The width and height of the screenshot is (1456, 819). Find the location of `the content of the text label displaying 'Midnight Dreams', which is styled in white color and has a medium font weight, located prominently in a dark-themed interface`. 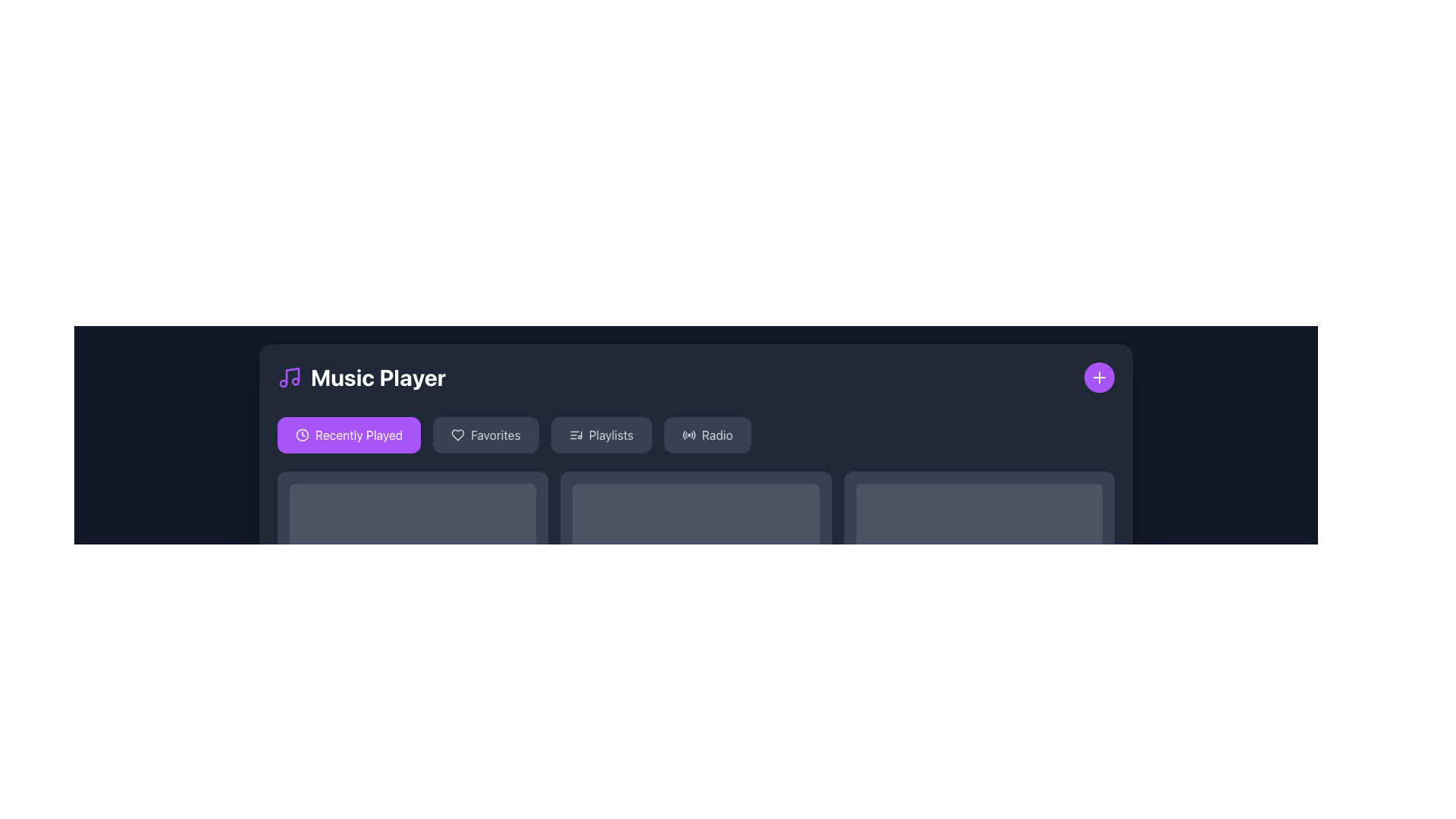

the content of the text label displaying 'Midnight Dreams', which is styled in white color and has a medium font weight, located prominently in a dark-themed interface is located at coordinates (337, 752).